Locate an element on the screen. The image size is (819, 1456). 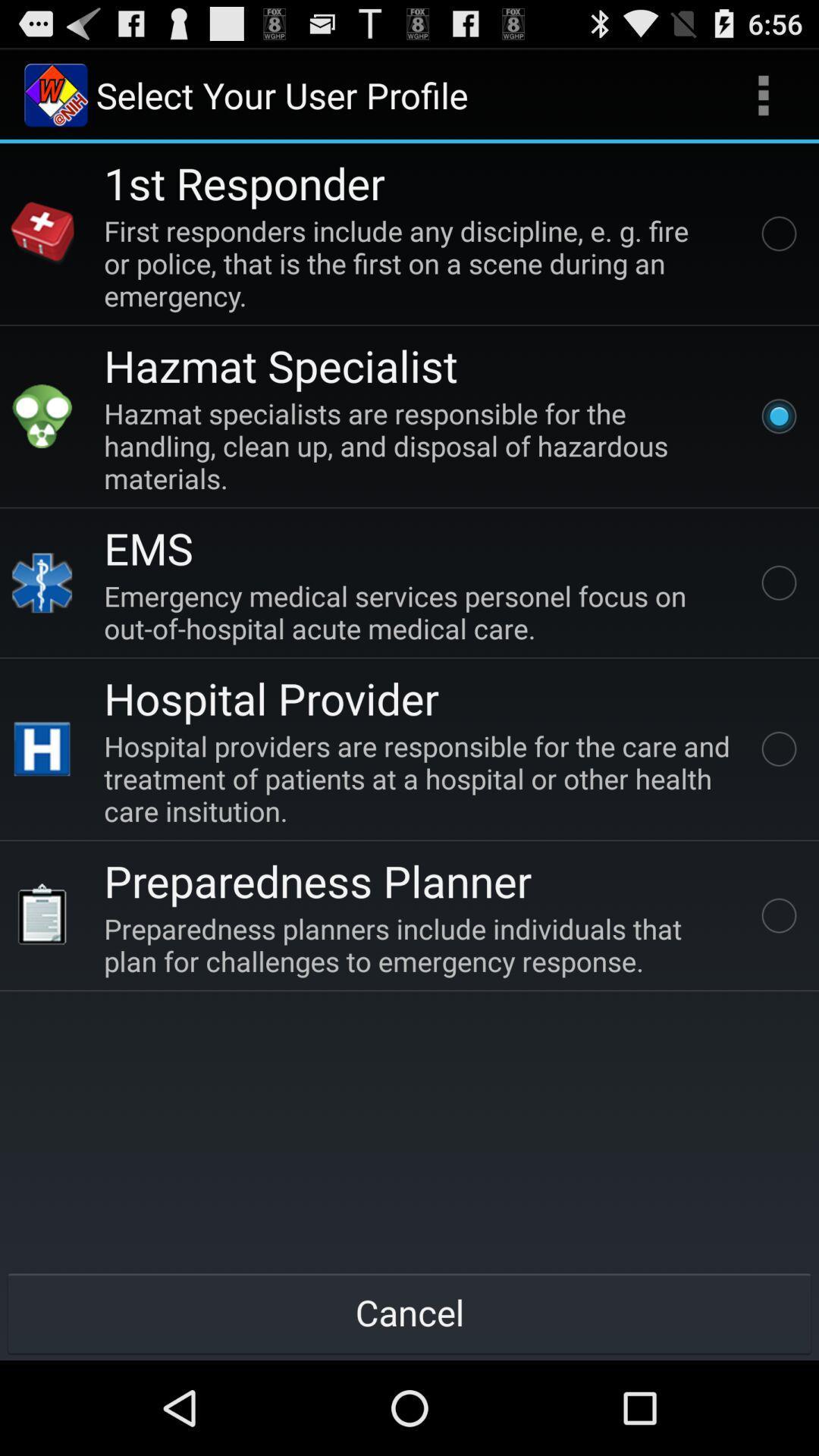
the ems is located at coordinates (149, 547).